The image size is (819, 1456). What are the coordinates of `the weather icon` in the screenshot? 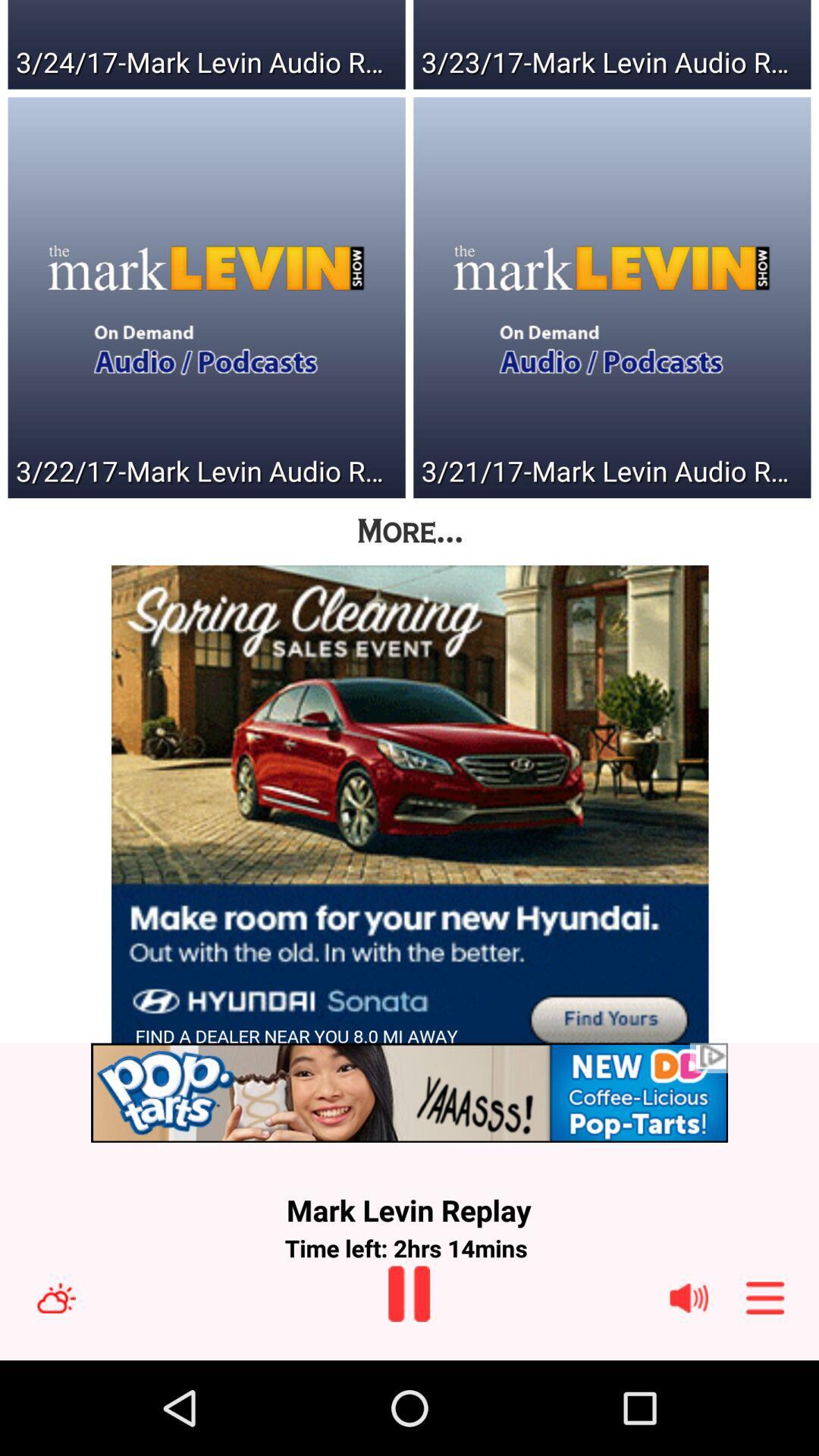 It's located at (74, 1389).